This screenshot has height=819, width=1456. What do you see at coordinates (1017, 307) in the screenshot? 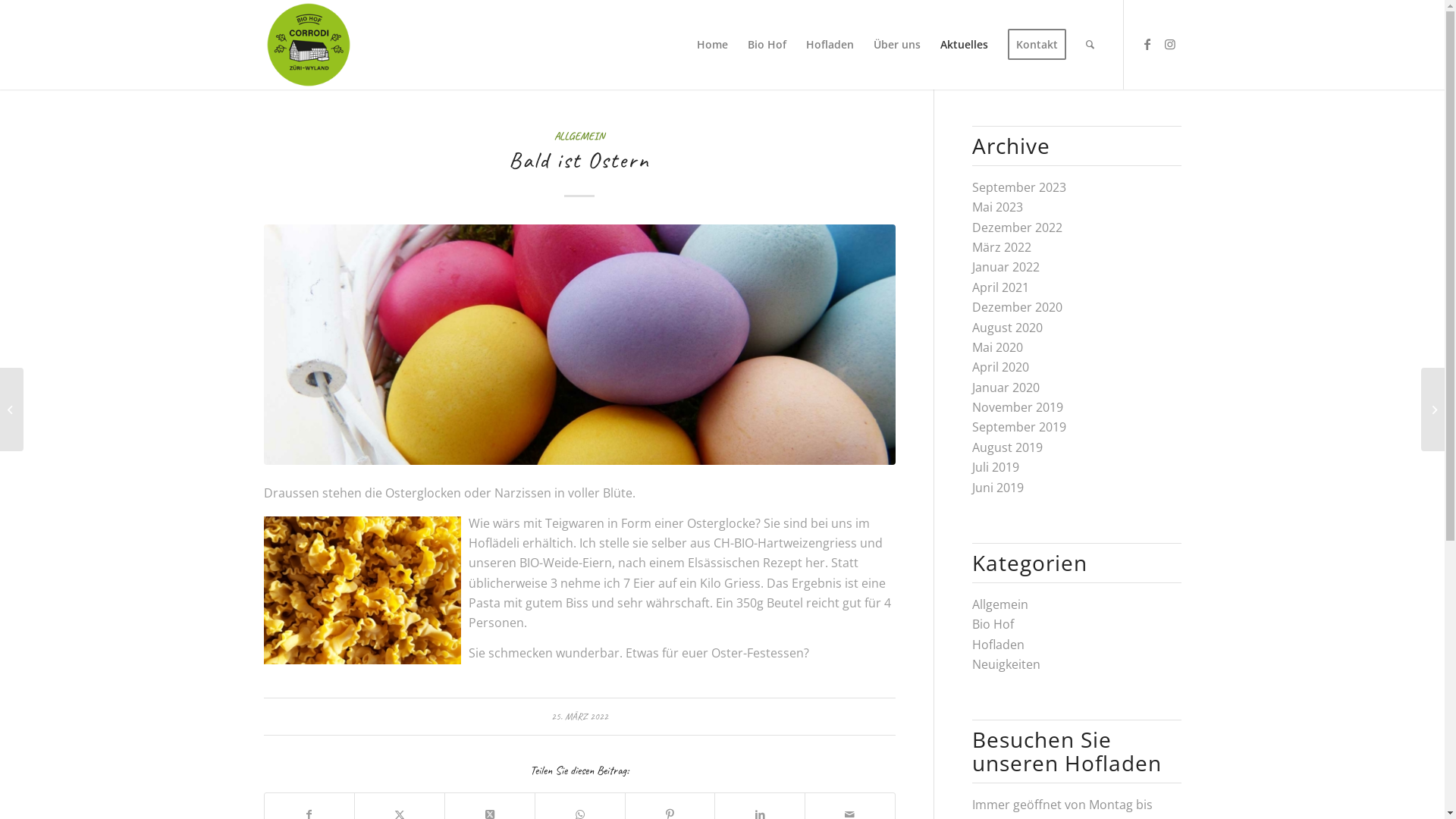
I see `'Dezember 2020'` at bounding box center [1017, 307].